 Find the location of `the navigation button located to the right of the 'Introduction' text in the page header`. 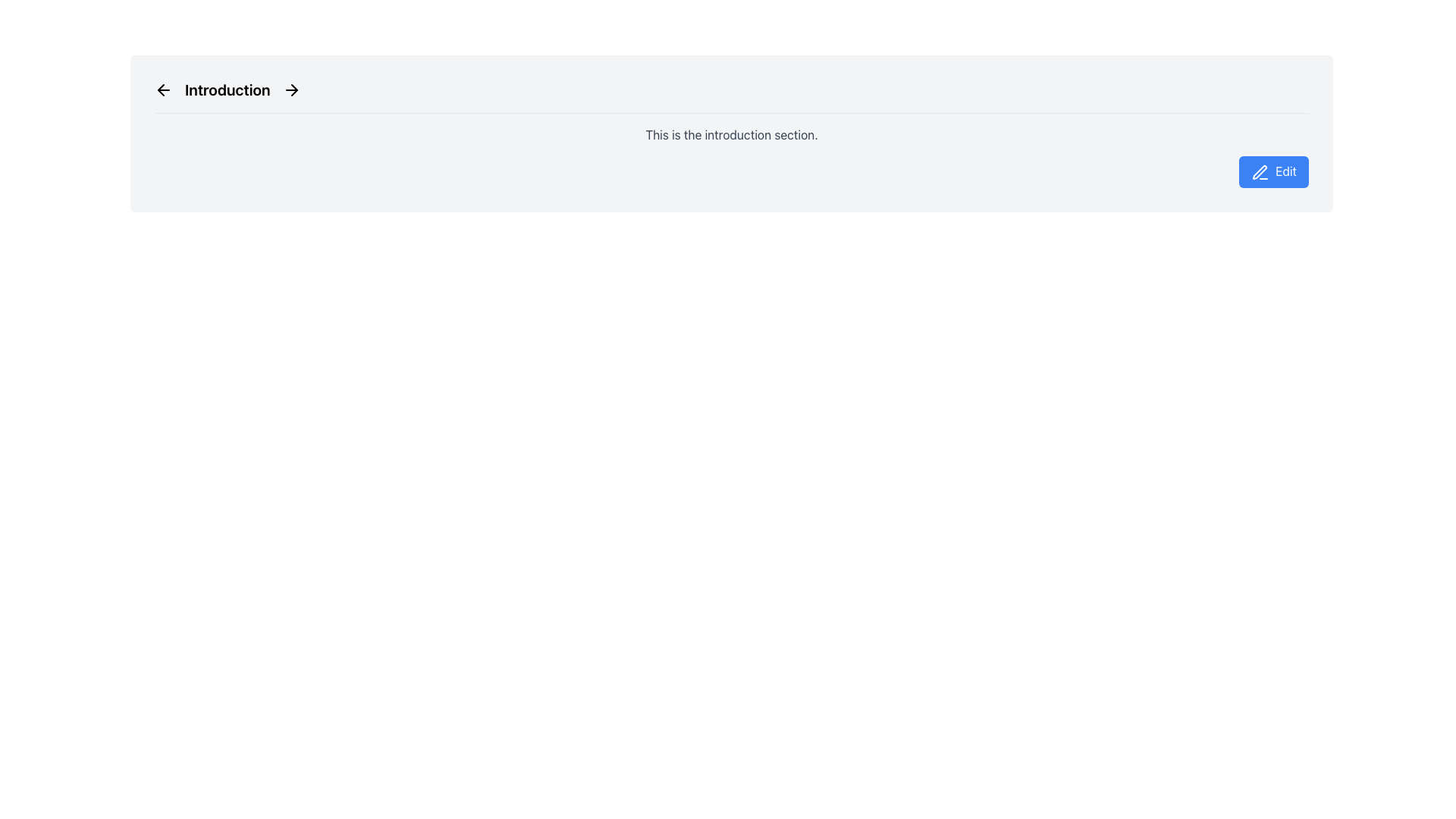

the navigation button located to the right of the 'Introduction' text in the page header is located at coordinates (291, 90).